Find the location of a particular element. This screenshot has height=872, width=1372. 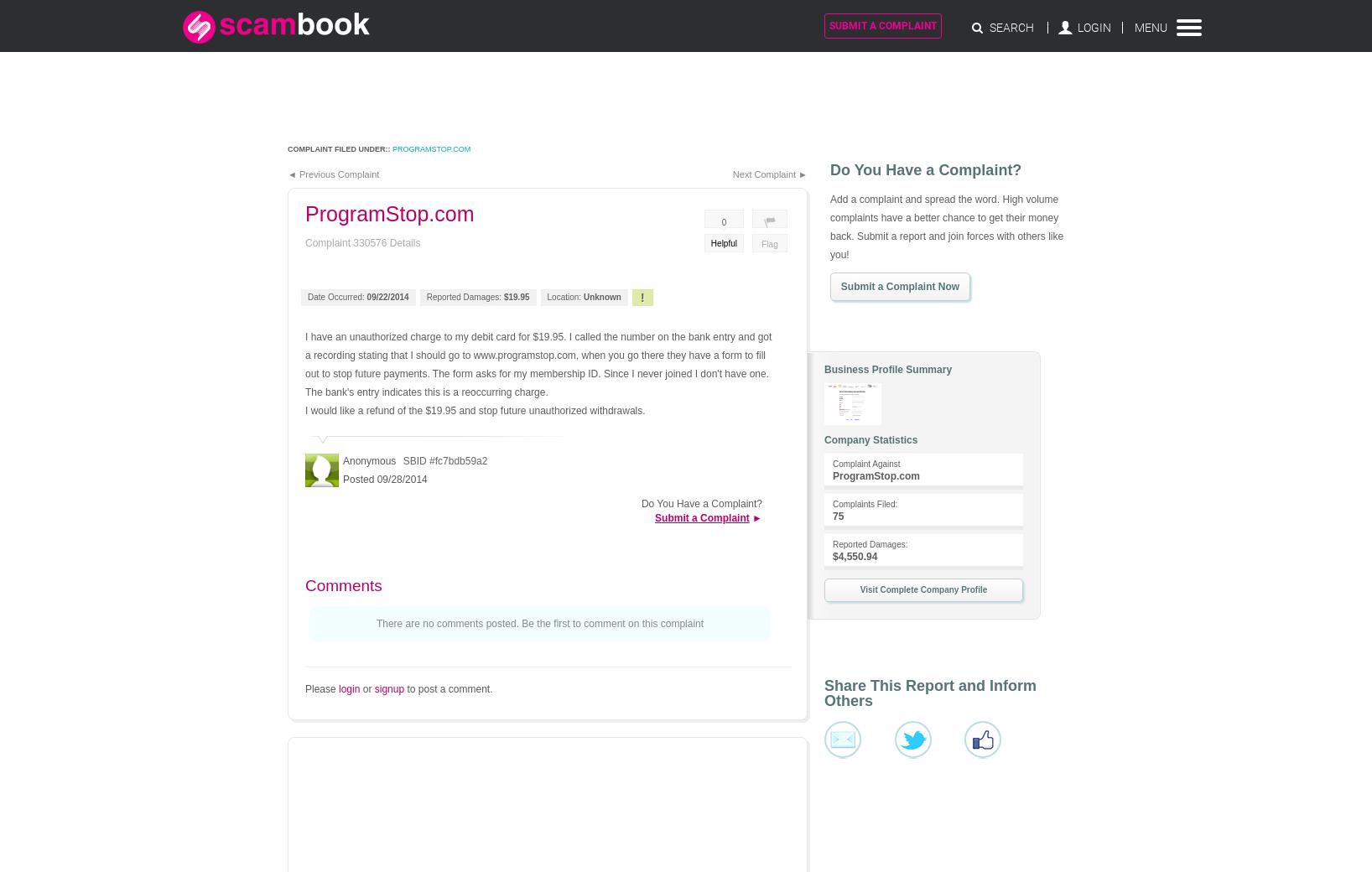

'Helpful' is located at coordinates (722, 242).